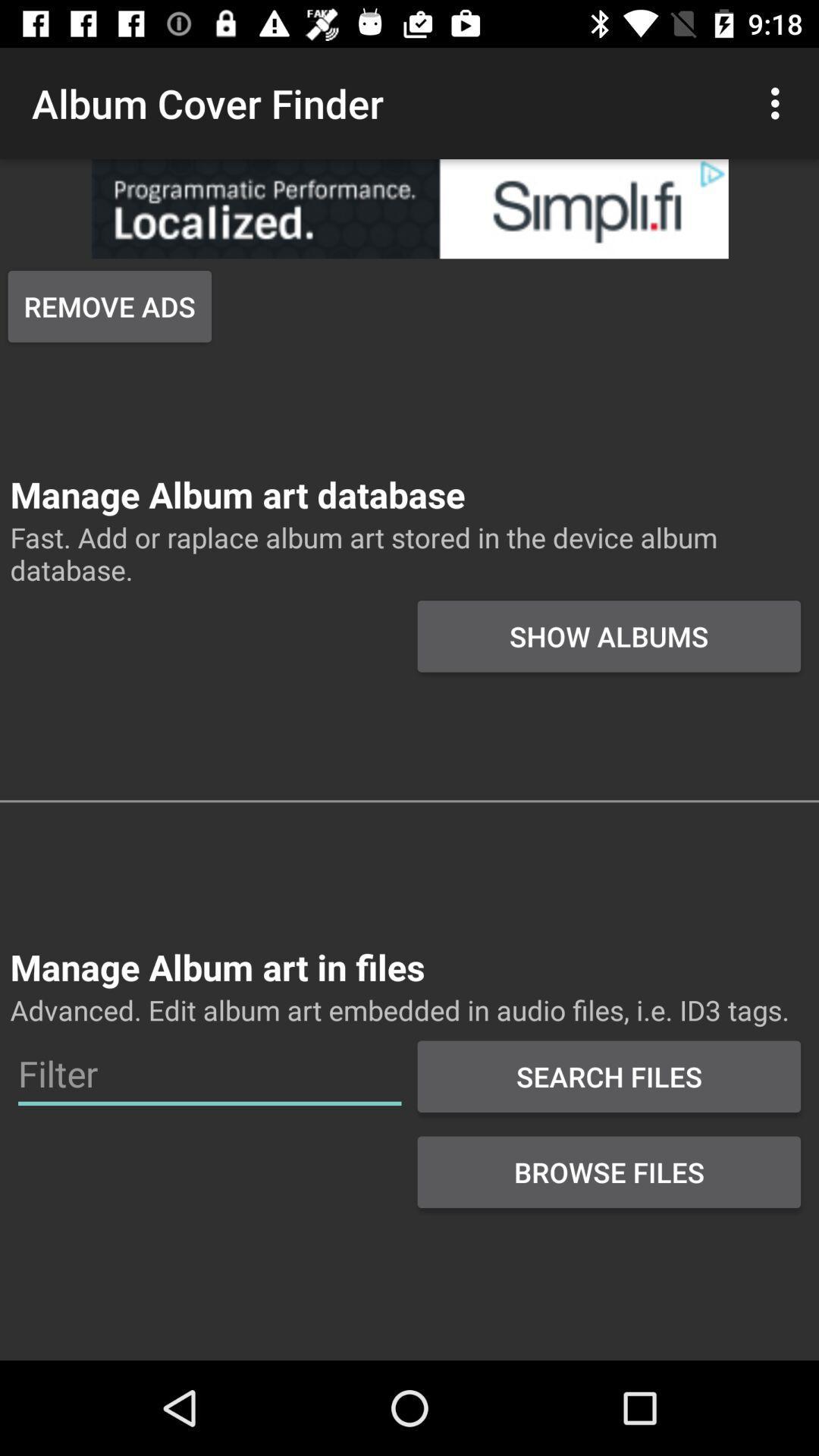 The image size is (819, 1456). I want to click on specify filter for searching album art in files, so click(209, 1073).